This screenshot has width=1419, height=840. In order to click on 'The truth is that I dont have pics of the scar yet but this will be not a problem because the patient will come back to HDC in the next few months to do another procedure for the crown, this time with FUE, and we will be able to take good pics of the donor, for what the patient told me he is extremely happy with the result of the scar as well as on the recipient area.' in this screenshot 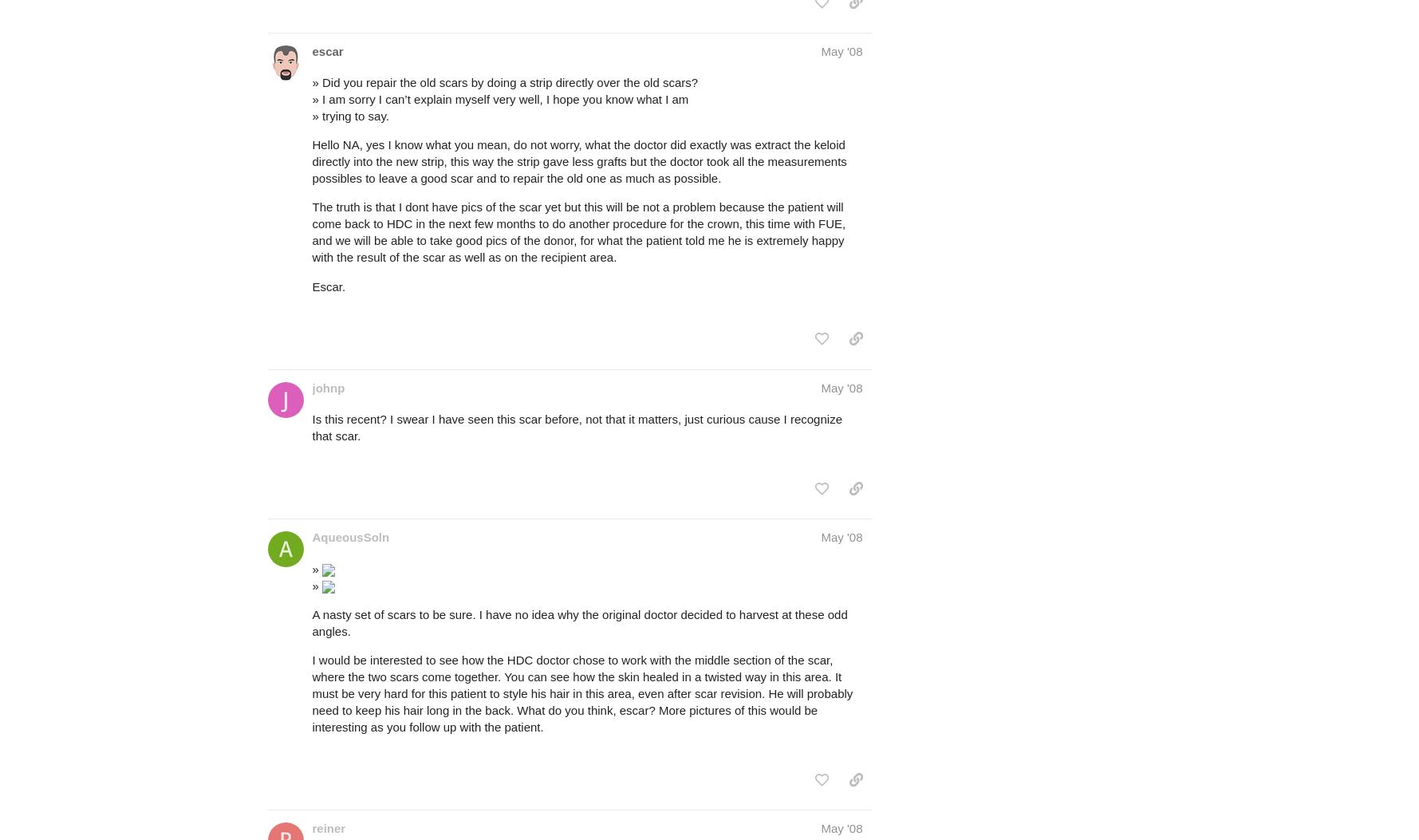, I will do `click(311, 232)`.